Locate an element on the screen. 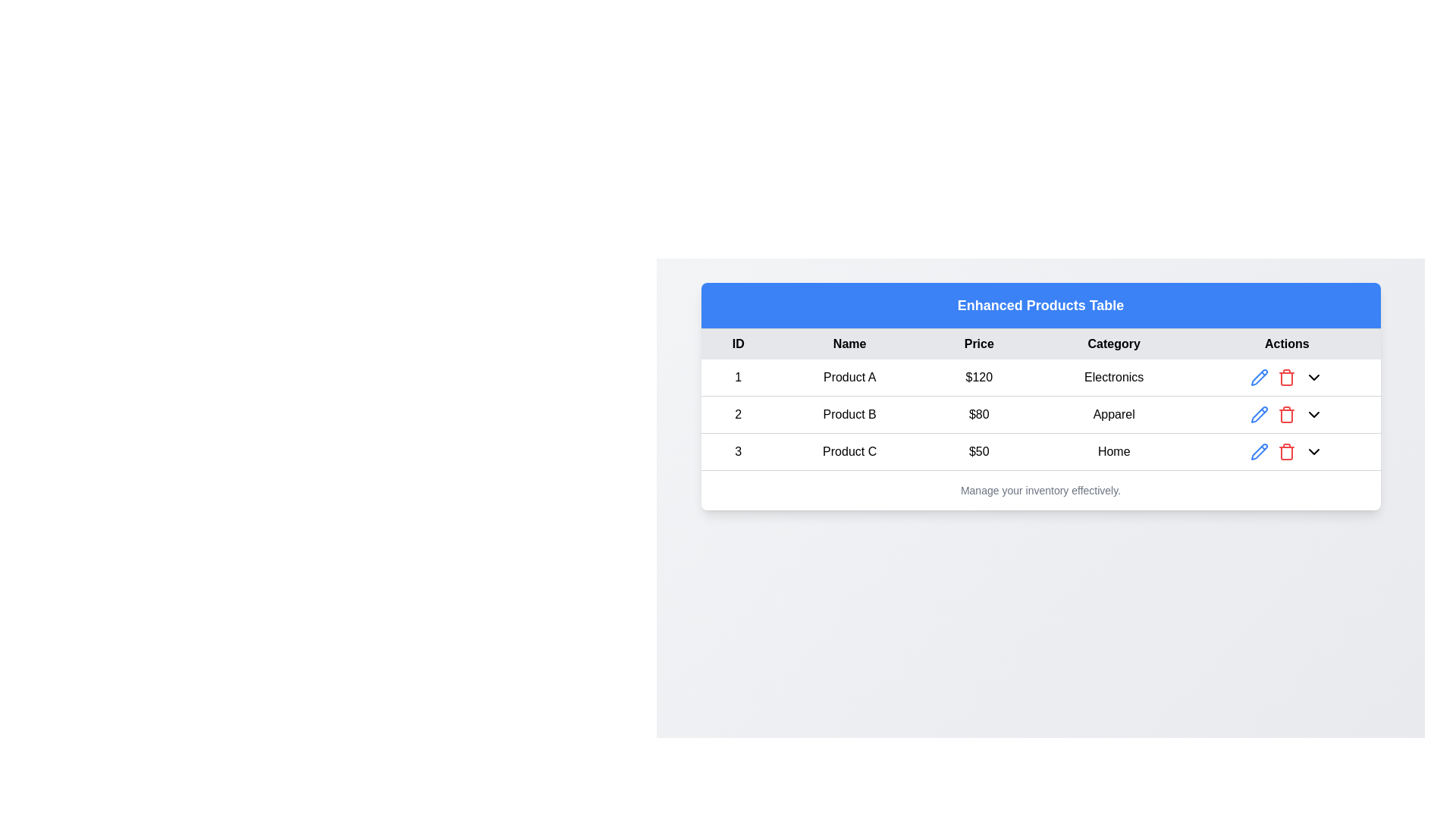 The image size is (1456, 819). the text display that identifies the sequence number for the row corresponding to 'Product A' in the first cell of the first row of the table is located at coordinates (738, 377).